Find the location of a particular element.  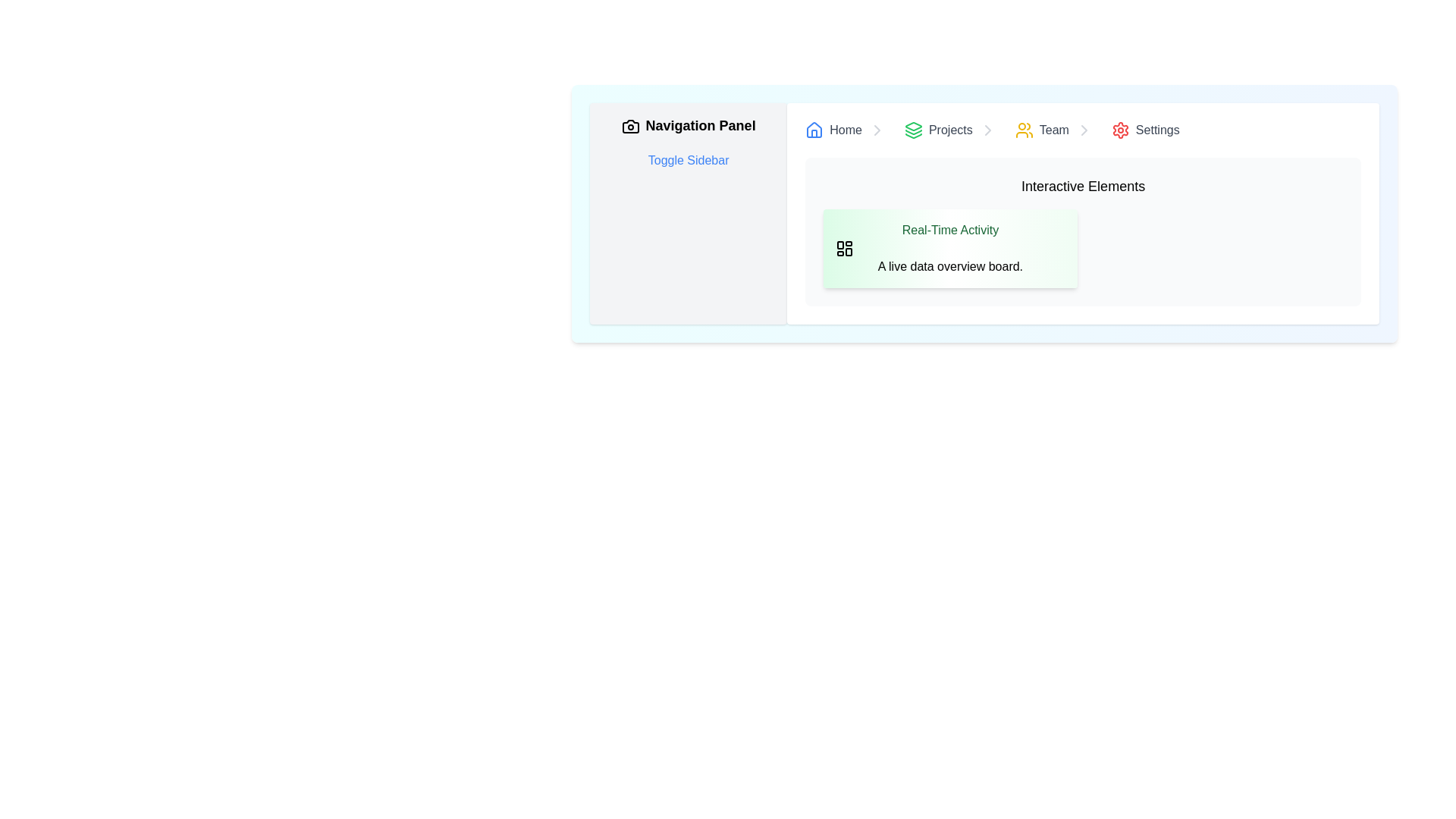

the 'Toggle Sidebar' hyperlink in the leftmost panel of the navigation layout is located at coordinates (688, 213).